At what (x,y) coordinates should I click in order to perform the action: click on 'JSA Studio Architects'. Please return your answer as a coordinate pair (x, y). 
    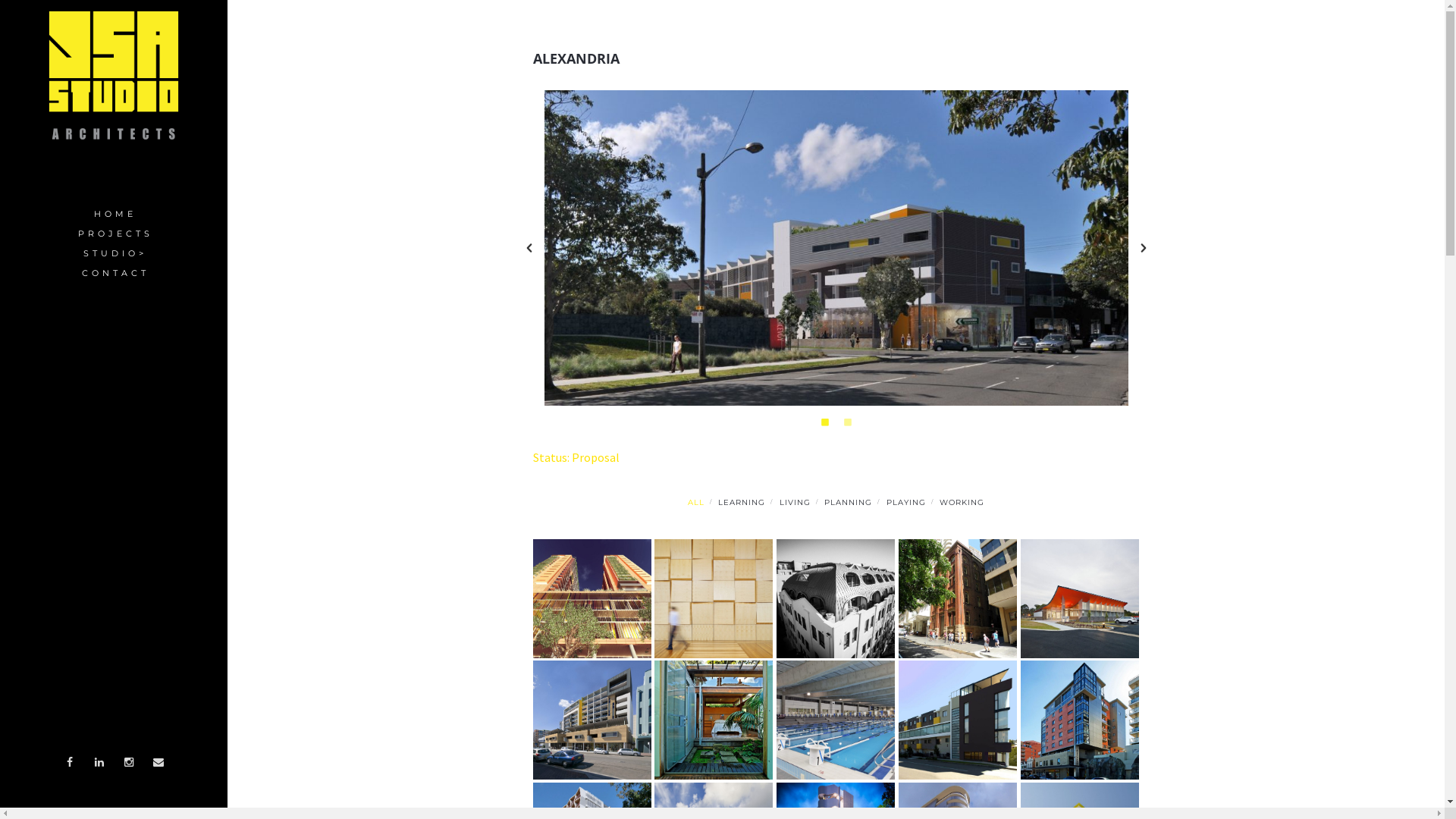
    Looking at the image, I should click on (112, 75).